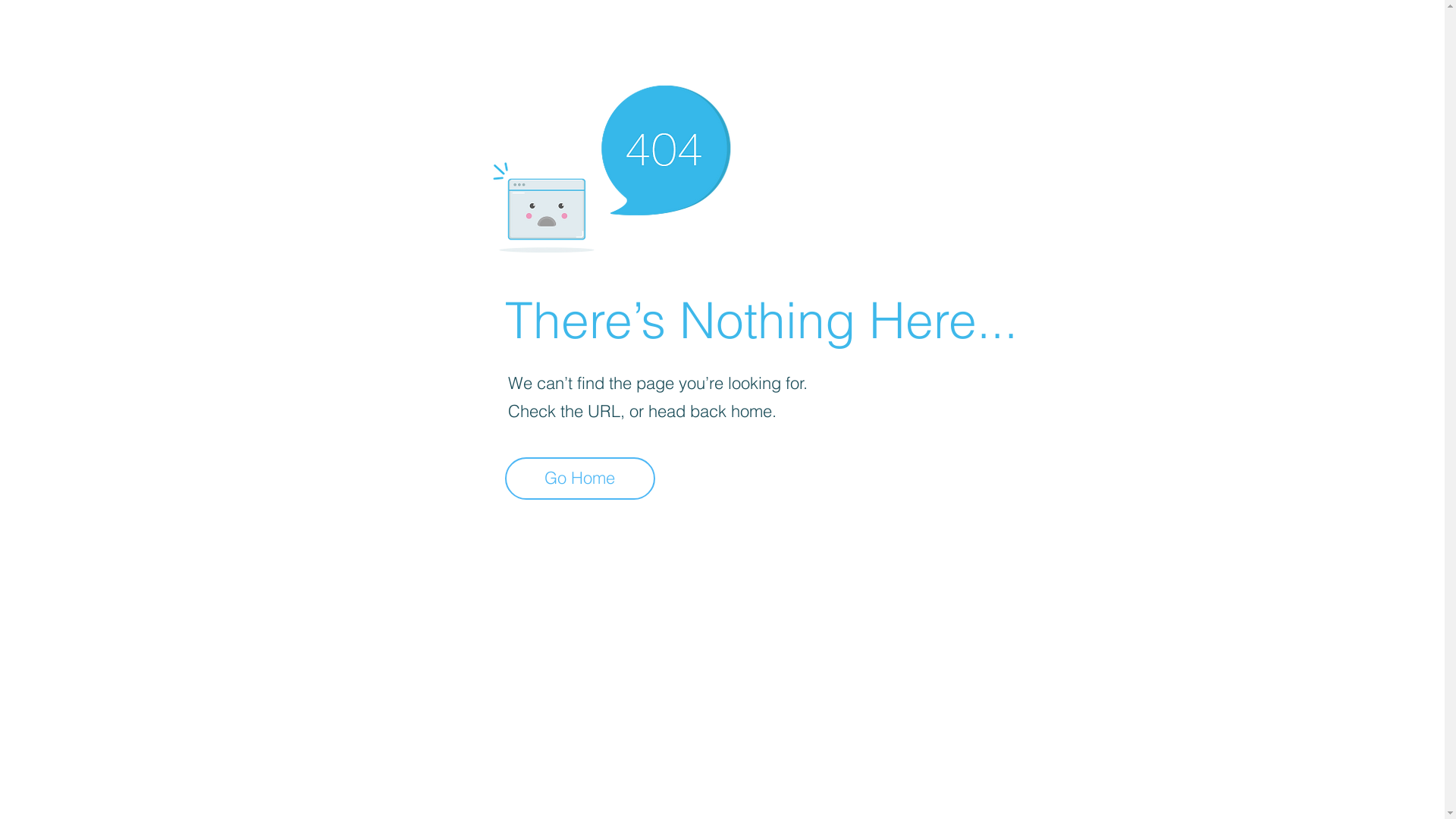 The image size is (1456, 819). Describe the element at coordinates (579, 479) in the screenshot. I see `'Go Home'` at that location.